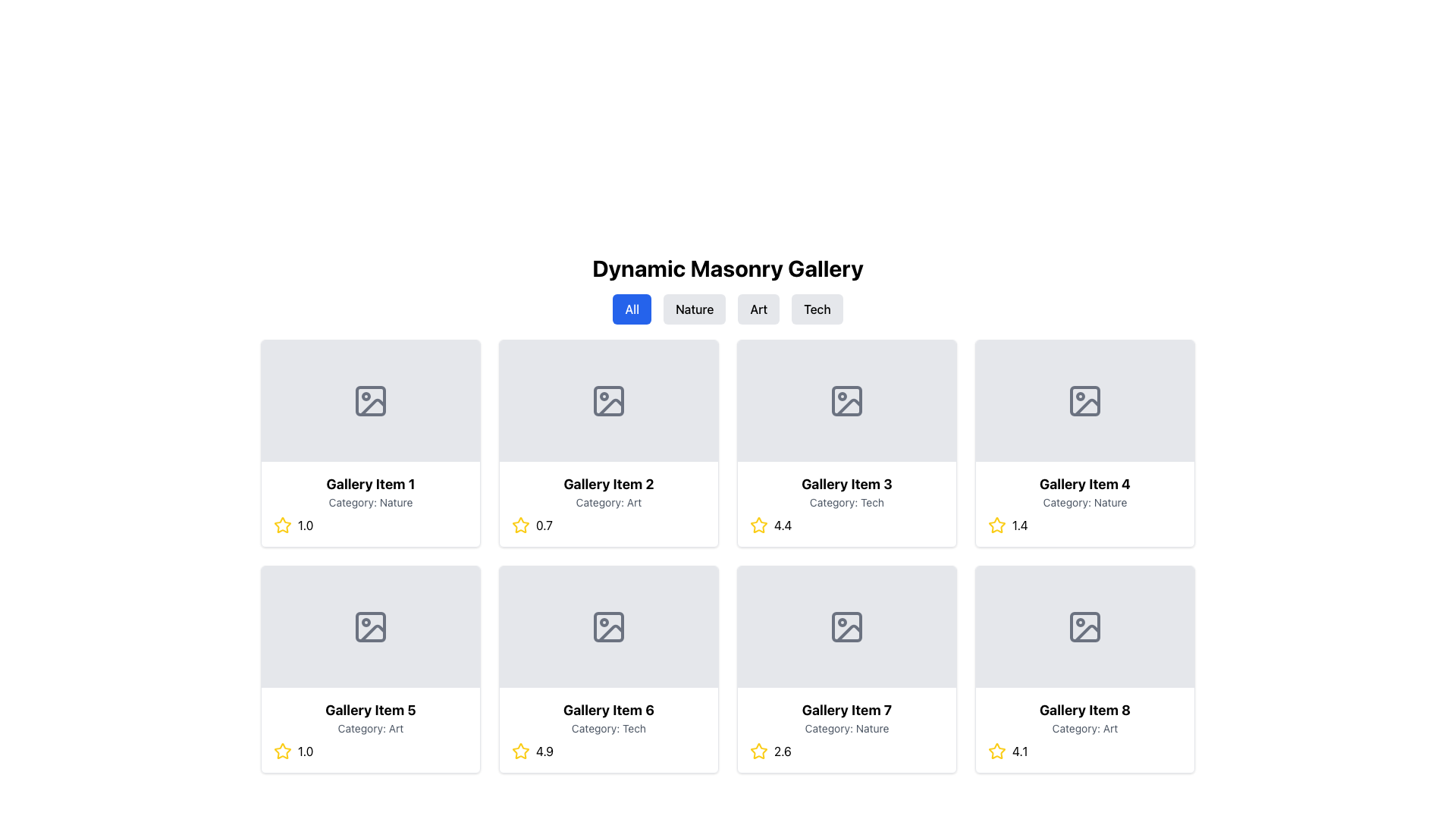 This screenshot has height=819, width=1456. I want to click on the gallery item card located in the second row, third column of the gallery layout by moving the cursor to its center point, so click(846, 730).